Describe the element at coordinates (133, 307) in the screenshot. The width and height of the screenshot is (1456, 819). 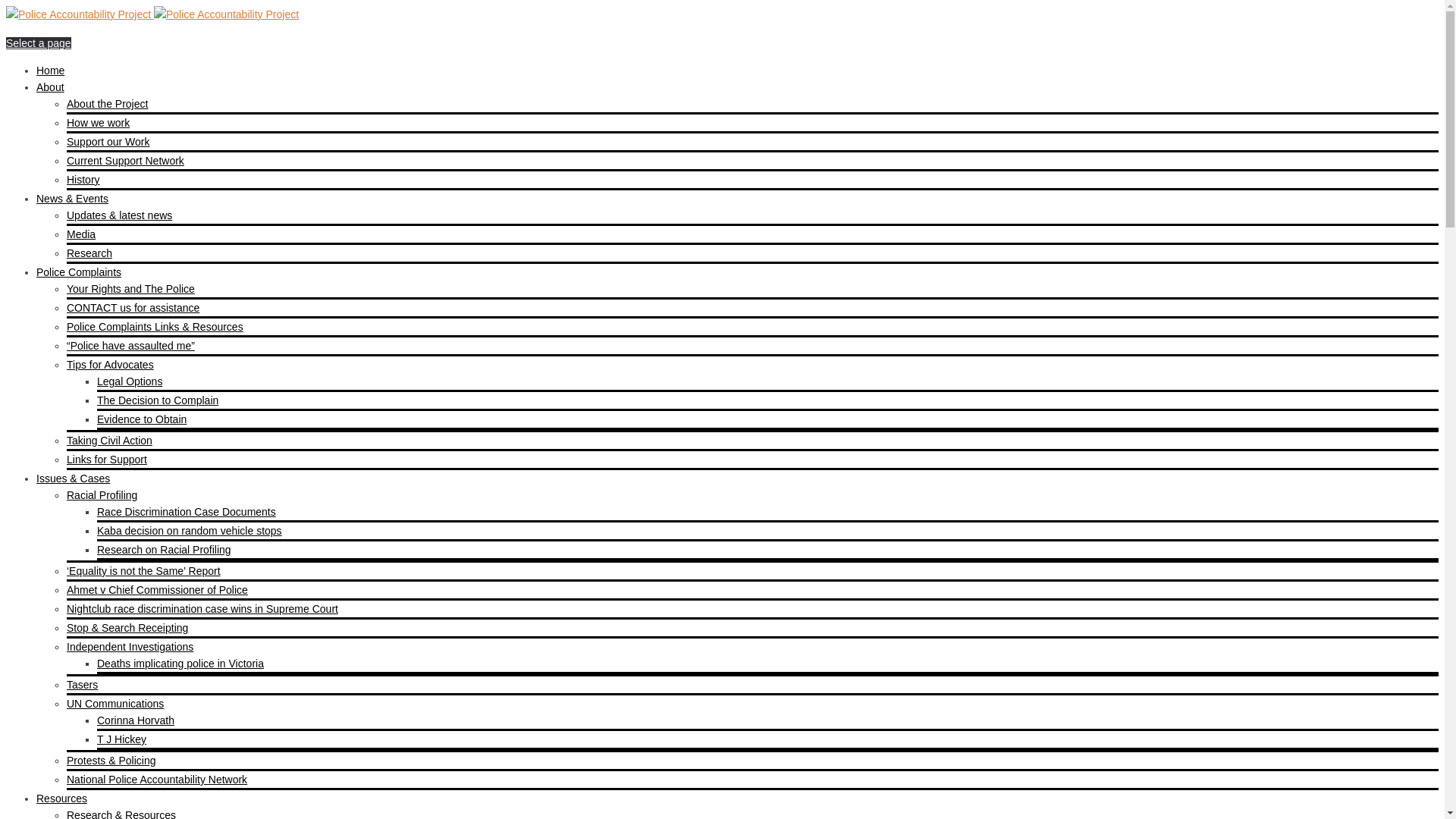
I see `'CONTACT us for assistance'` at that location.